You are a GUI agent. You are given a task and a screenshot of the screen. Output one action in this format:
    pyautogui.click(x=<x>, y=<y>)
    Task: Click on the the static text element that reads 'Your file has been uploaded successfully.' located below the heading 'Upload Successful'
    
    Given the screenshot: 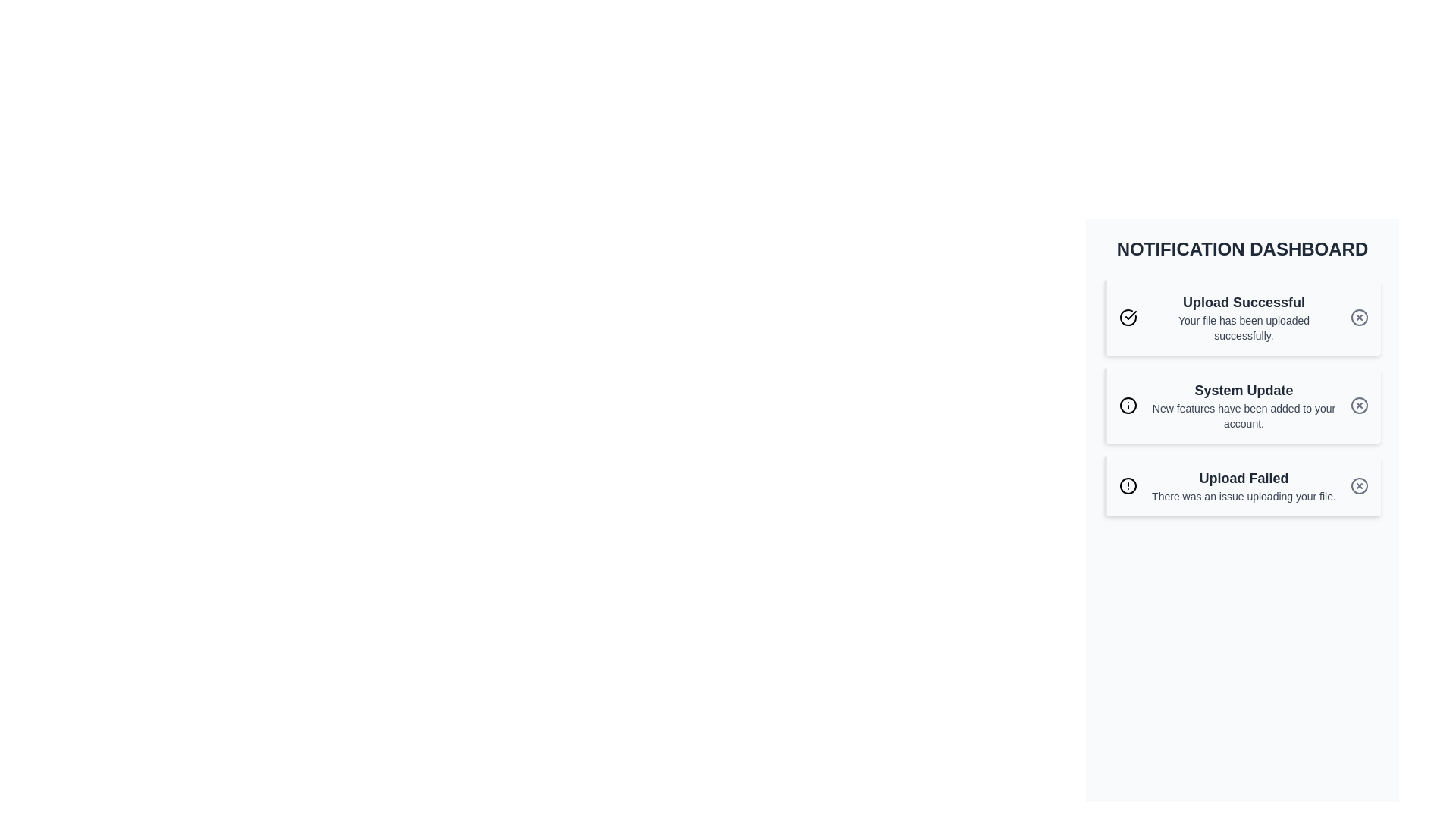 What is the action you would take?
    pyautogui.click(x=1244, y=327)
    